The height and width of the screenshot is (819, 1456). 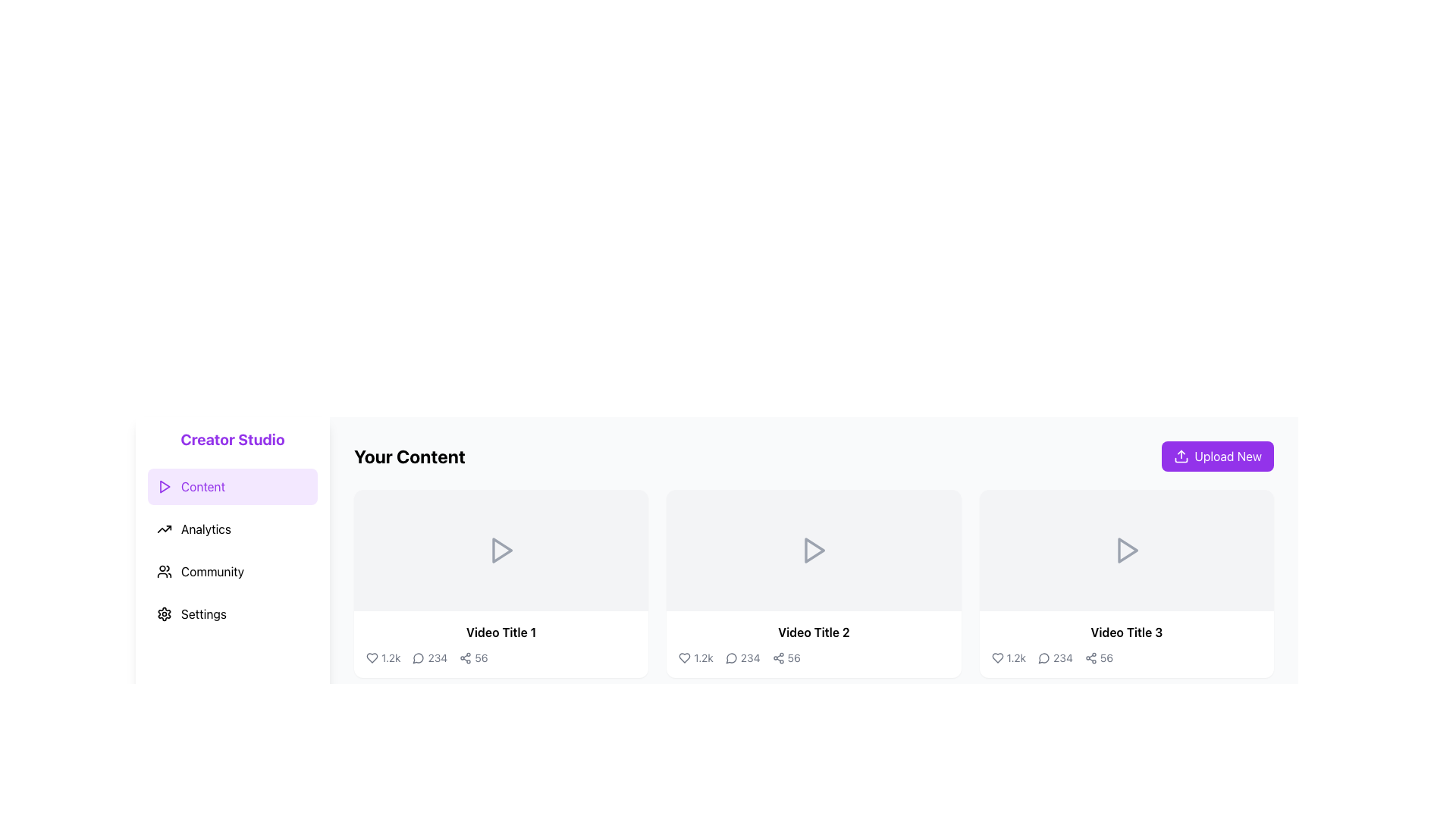 What do you see at coordinates (731, 657) in the screenshot?
I see `the comment icon located immediately to the left of the number '234' in the second video block under 'Video Title 2'` at bounding box center [731, 657].